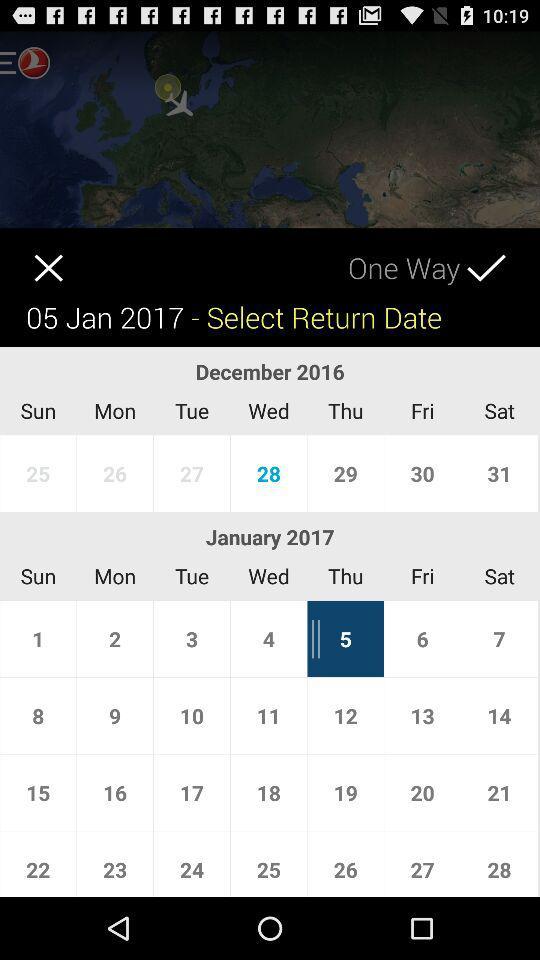 The height and width of the screenshot is (960, 540). What do you see at coordinates (30, 253) in the screenshot?
I see `calendar` at bounding box center [30, 253].